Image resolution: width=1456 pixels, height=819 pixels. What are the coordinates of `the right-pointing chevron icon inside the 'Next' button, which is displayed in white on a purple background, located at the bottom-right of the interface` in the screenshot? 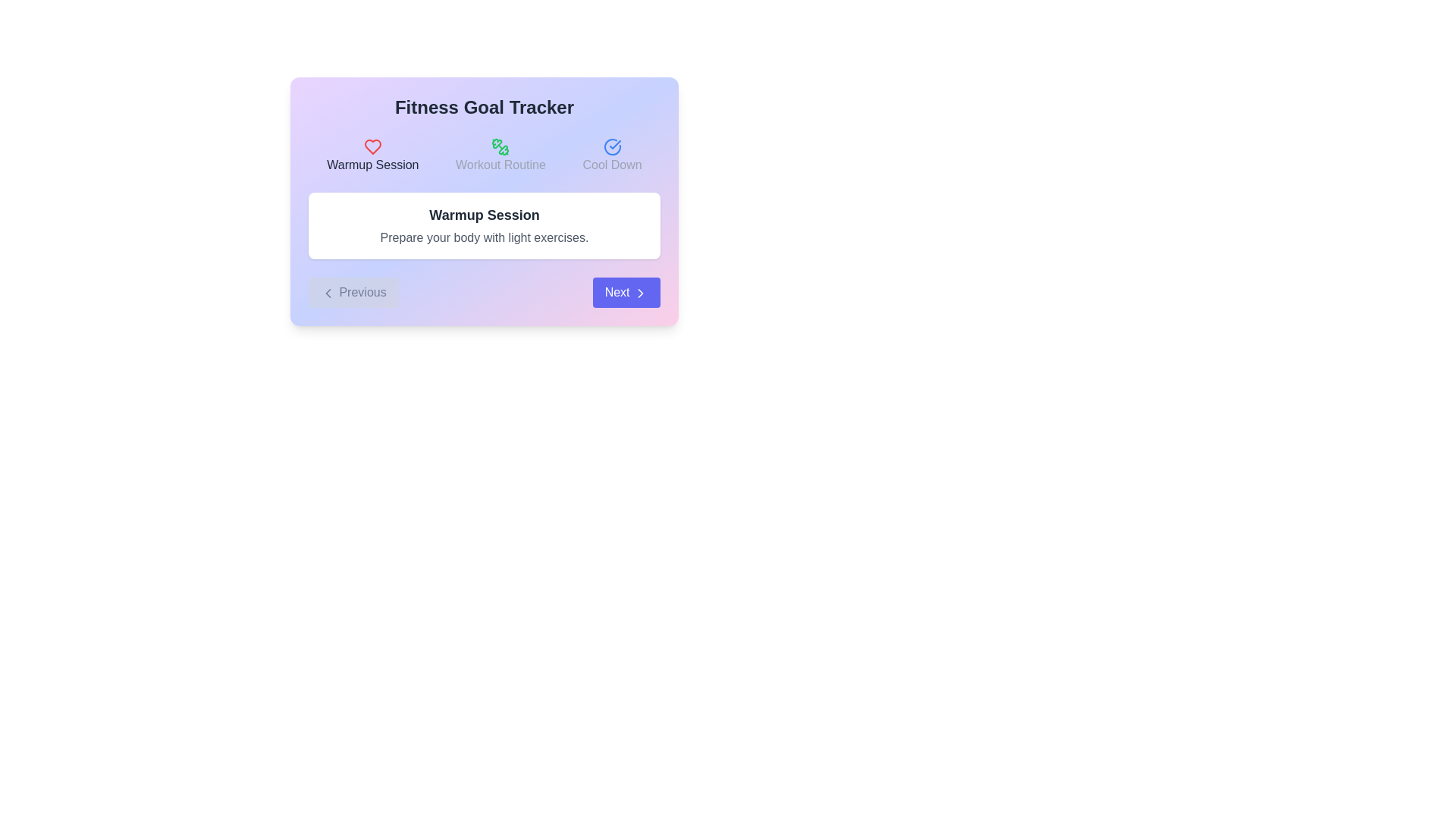 It's located at (640, 292).